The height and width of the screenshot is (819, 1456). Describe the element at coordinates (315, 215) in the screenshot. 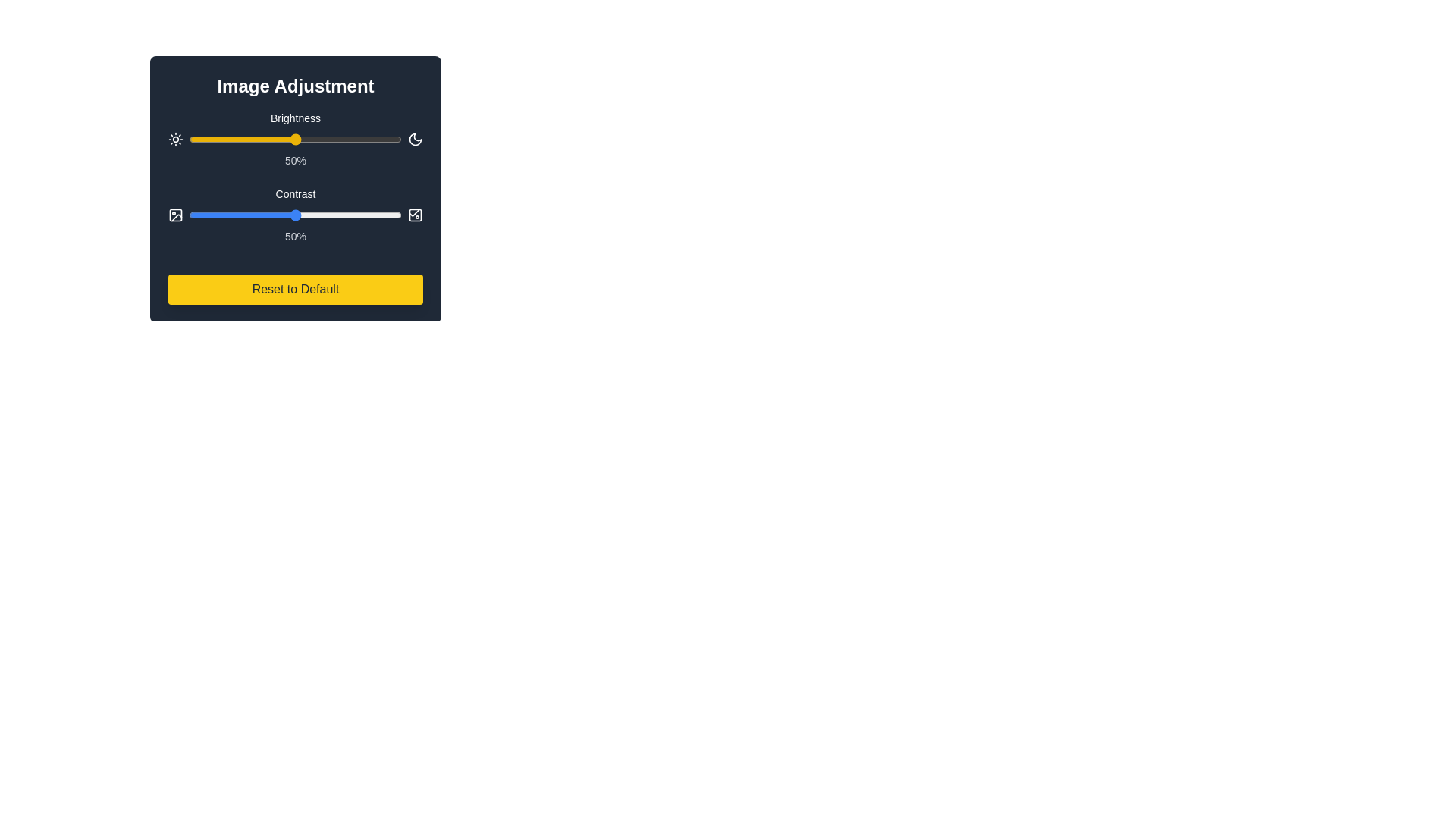

I see `contrast` at that location.